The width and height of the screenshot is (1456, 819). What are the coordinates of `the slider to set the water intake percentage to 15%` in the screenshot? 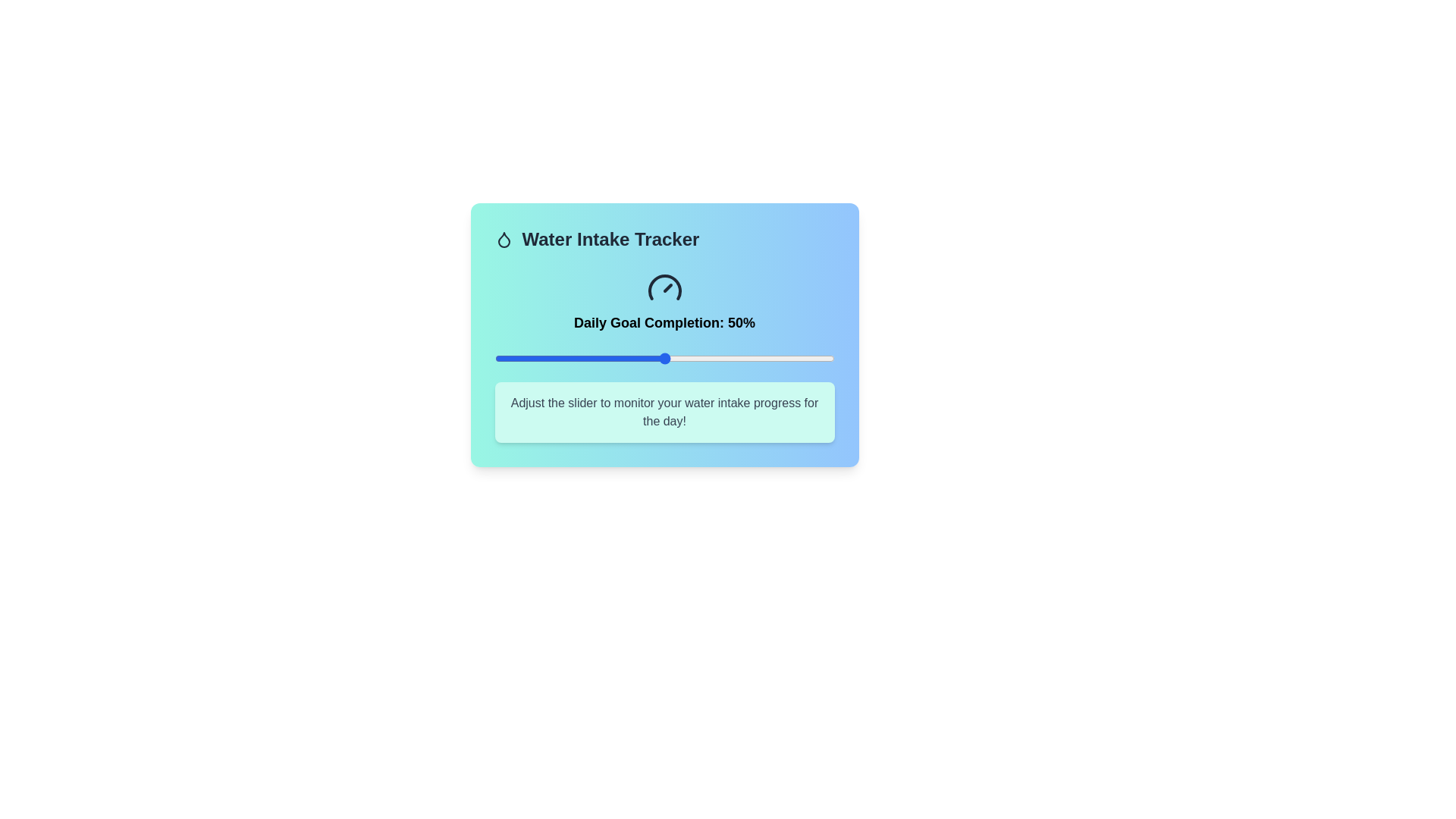 It's located at (545, 359).